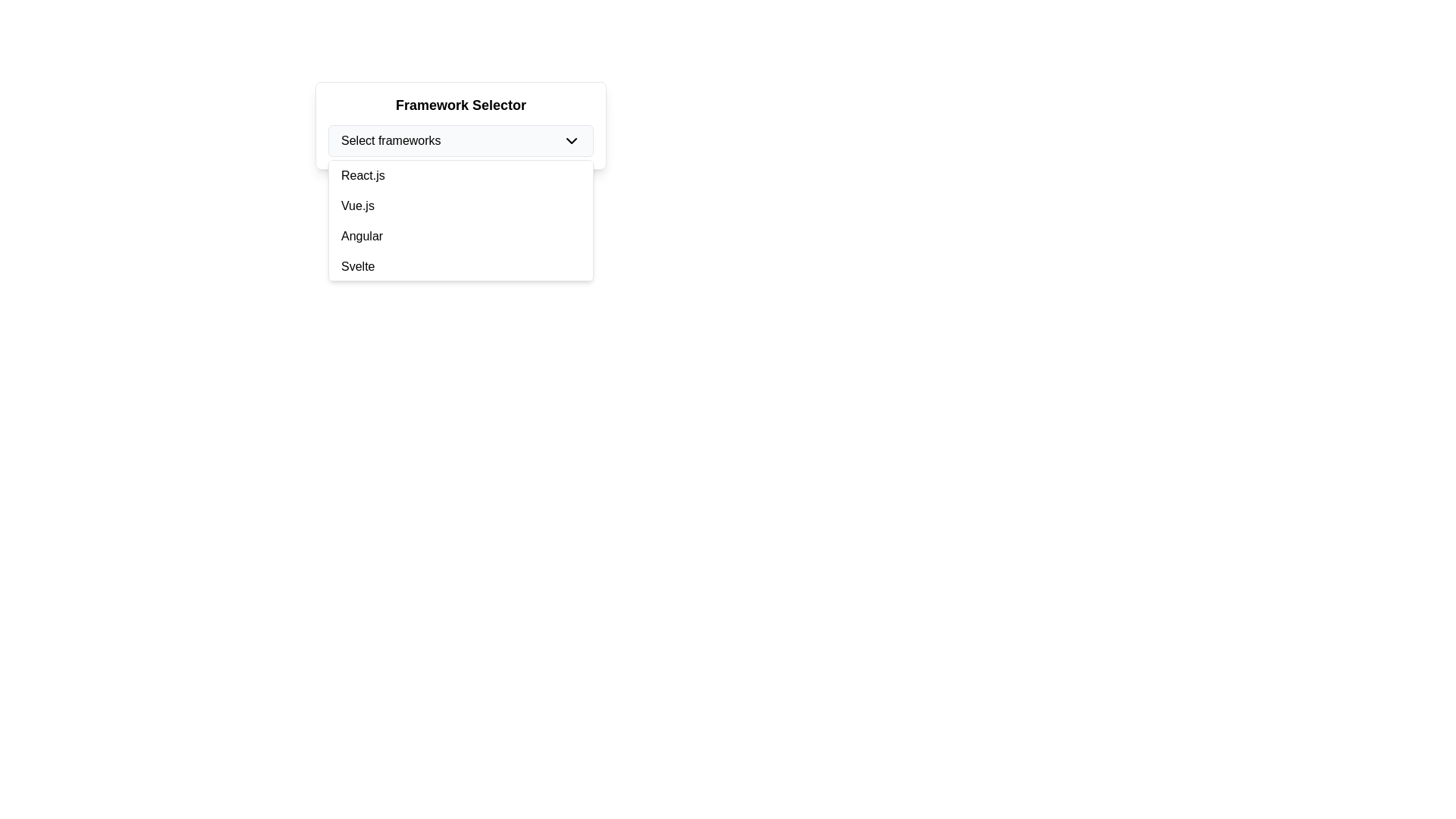 Image resolution: width=1456 pixels, height=819 pixels. I want to click on the second option in the dropdown menu for 'Vue.js' within the 'Framework Selector' section, so click(460, 206).